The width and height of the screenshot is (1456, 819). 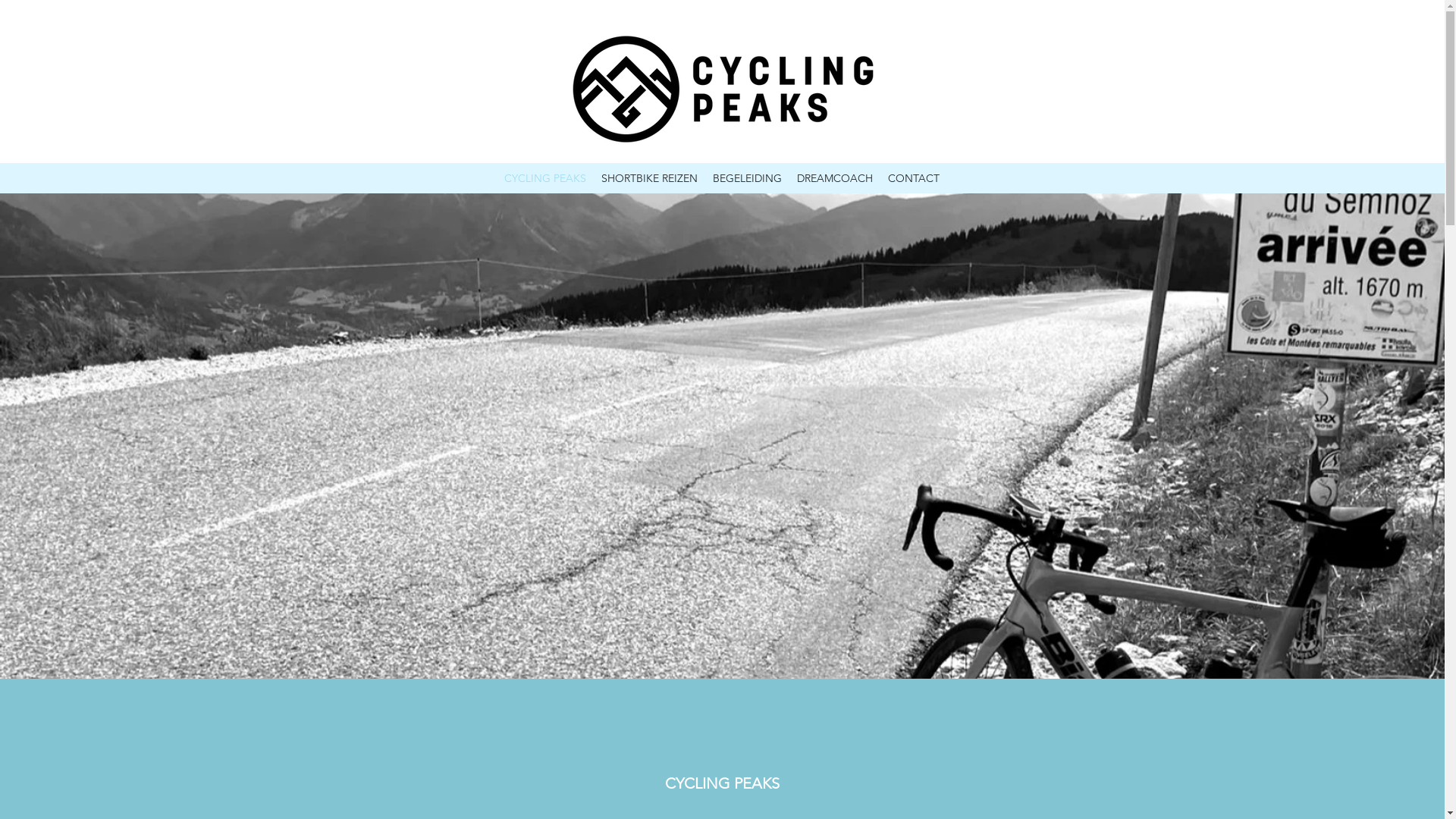 What do you see at coordinates (833, 177) in the screenshot?
I see `'DREAMCOACH'` at bounding box center [833, 177].